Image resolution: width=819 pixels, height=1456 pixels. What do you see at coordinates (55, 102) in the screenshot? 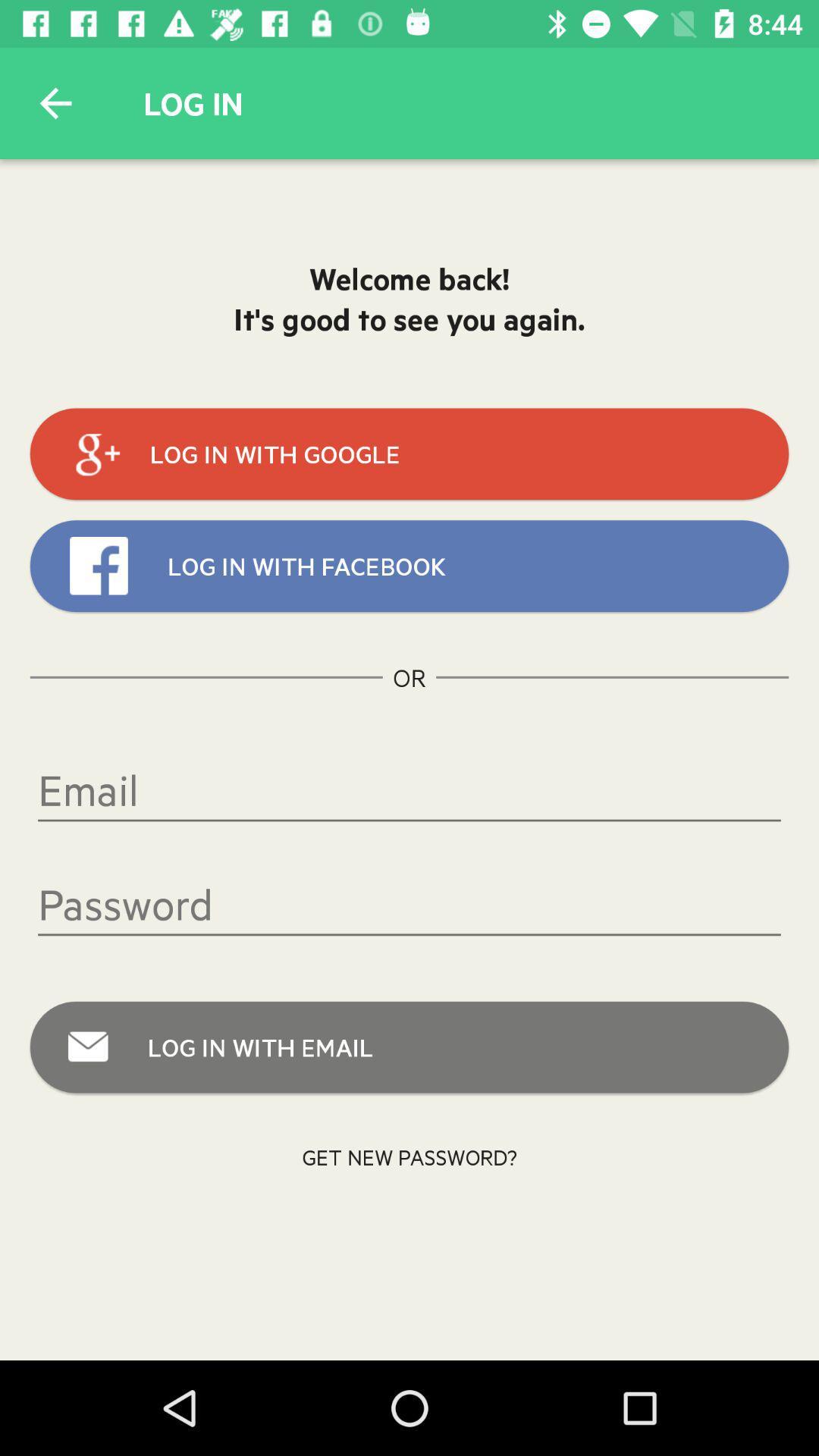
I see `the item above welcome back it` at bounding box center [55, 102].